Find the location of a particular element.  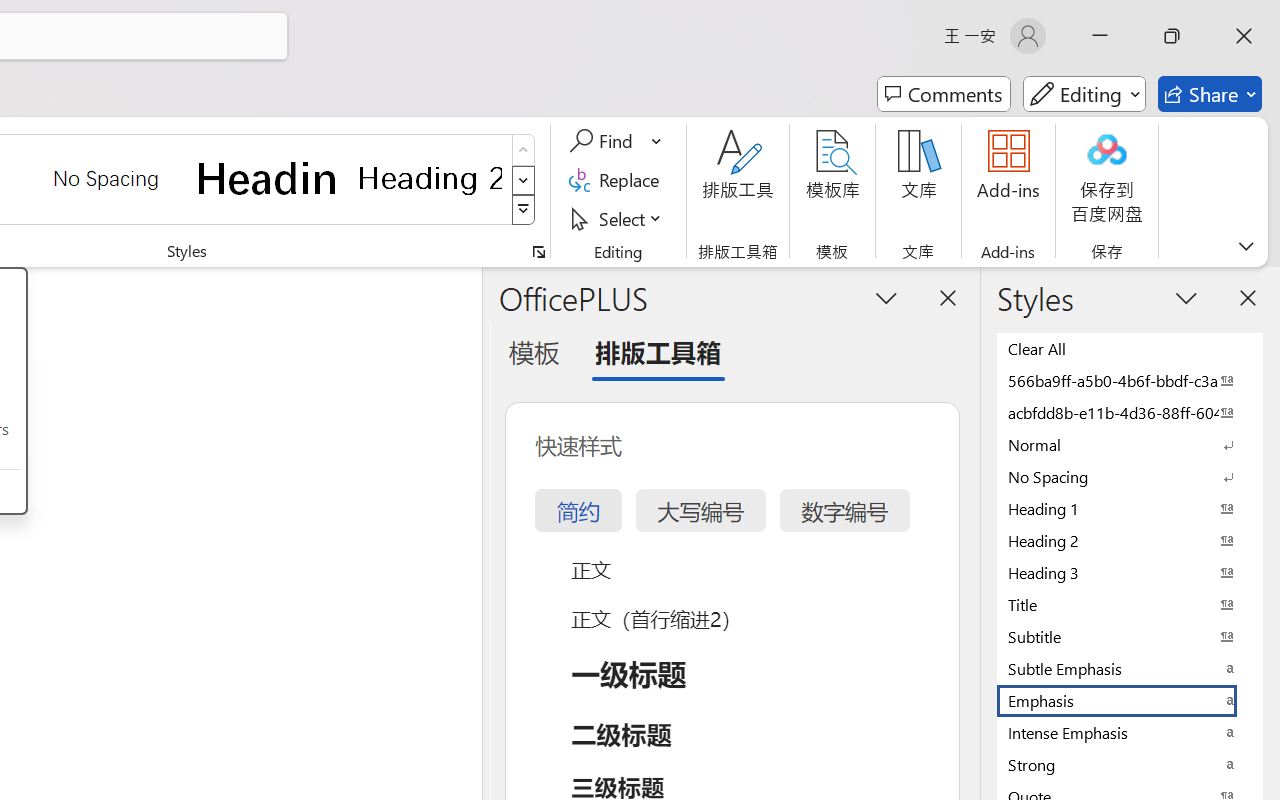

'Close' is located at coordinates (1243, 35).